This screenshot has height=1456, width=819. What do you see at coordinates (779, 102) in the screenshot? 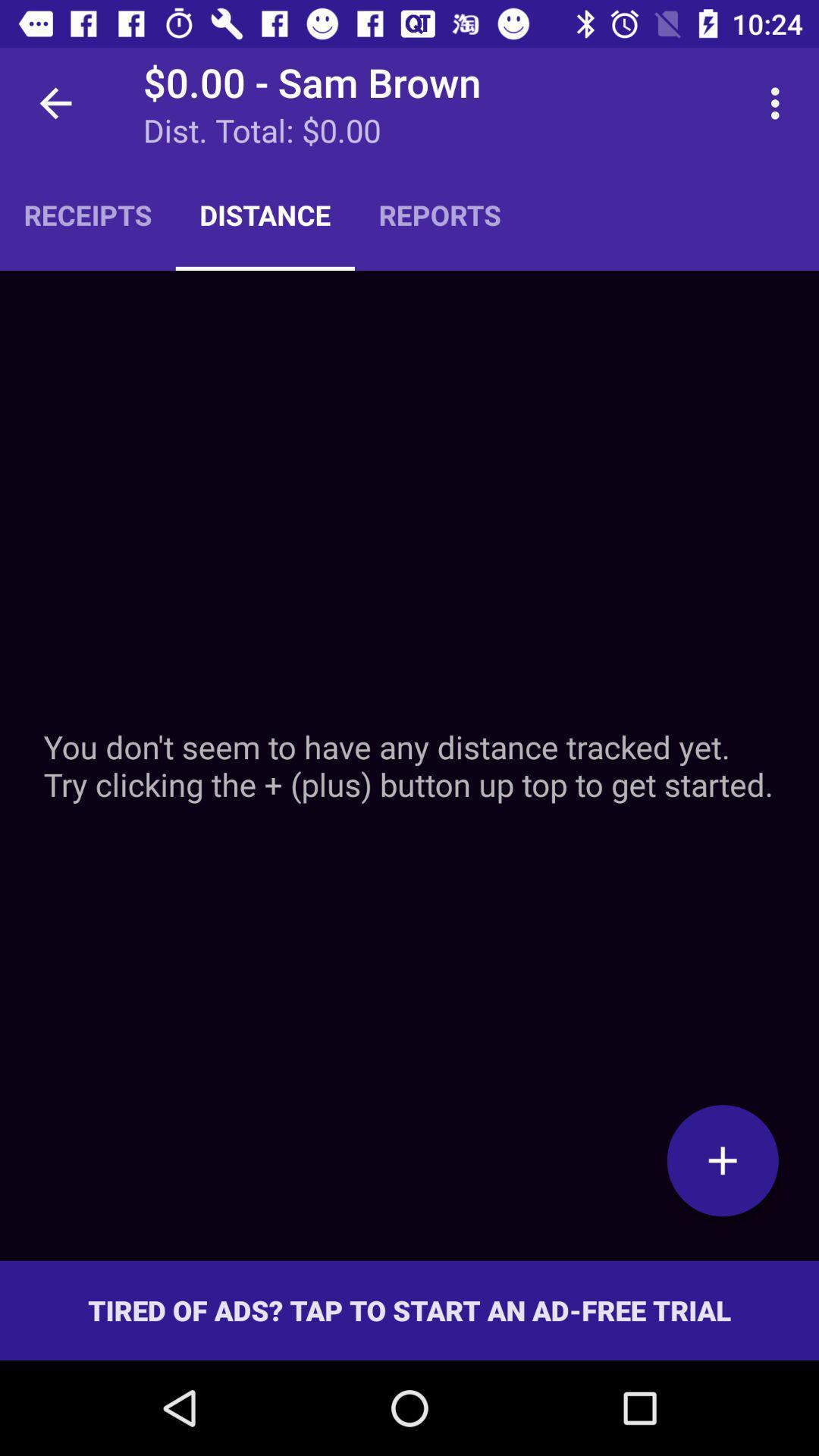
I see `icon to the right of reports item` at bounding box center [779, 102].